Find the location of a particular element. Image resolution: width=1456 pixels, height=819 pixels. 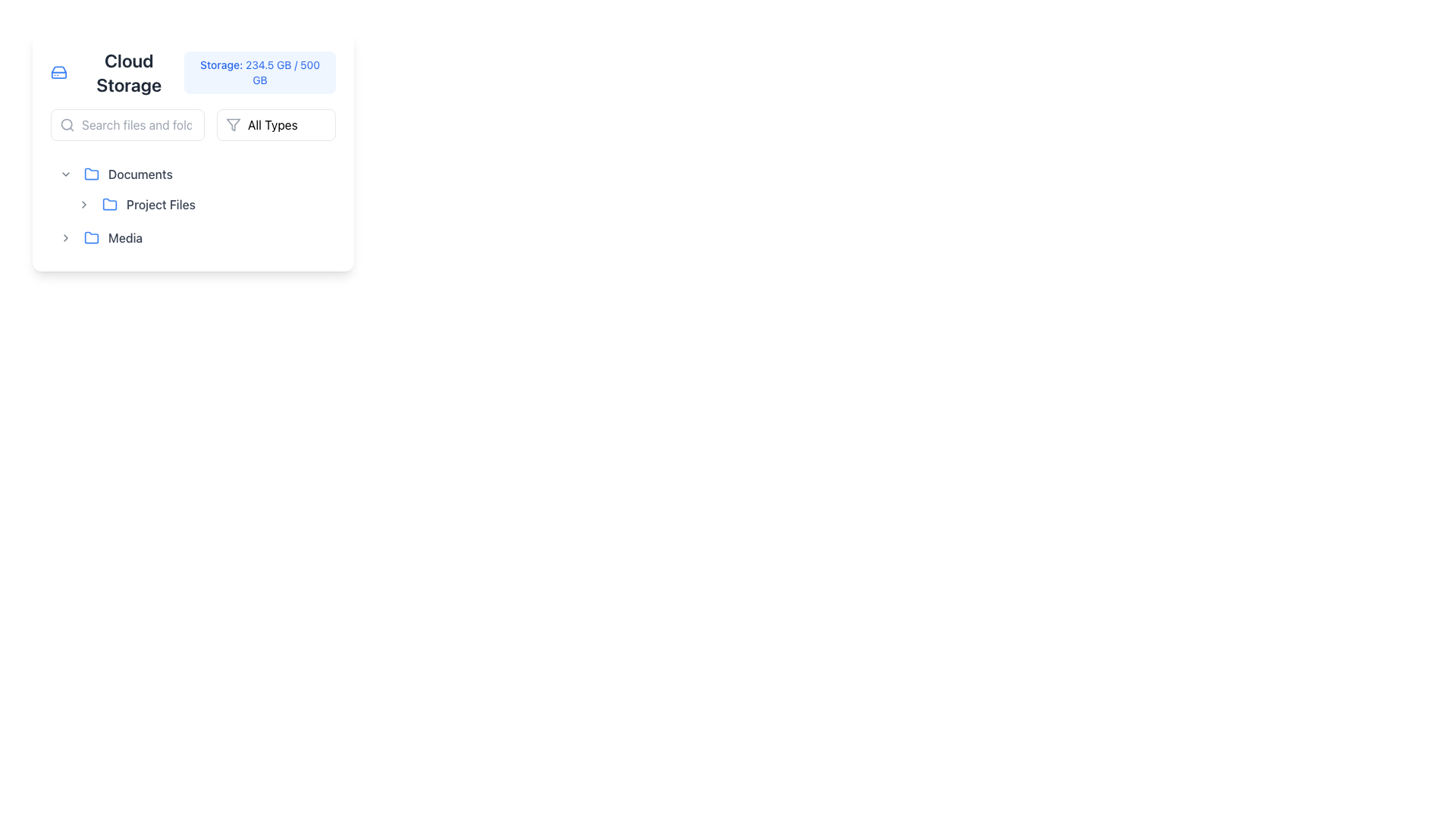

the decorative icon representing the storage feature, located in the upper left corner next to the 'Cloud Storage' label is located at coordinates (59, 73).